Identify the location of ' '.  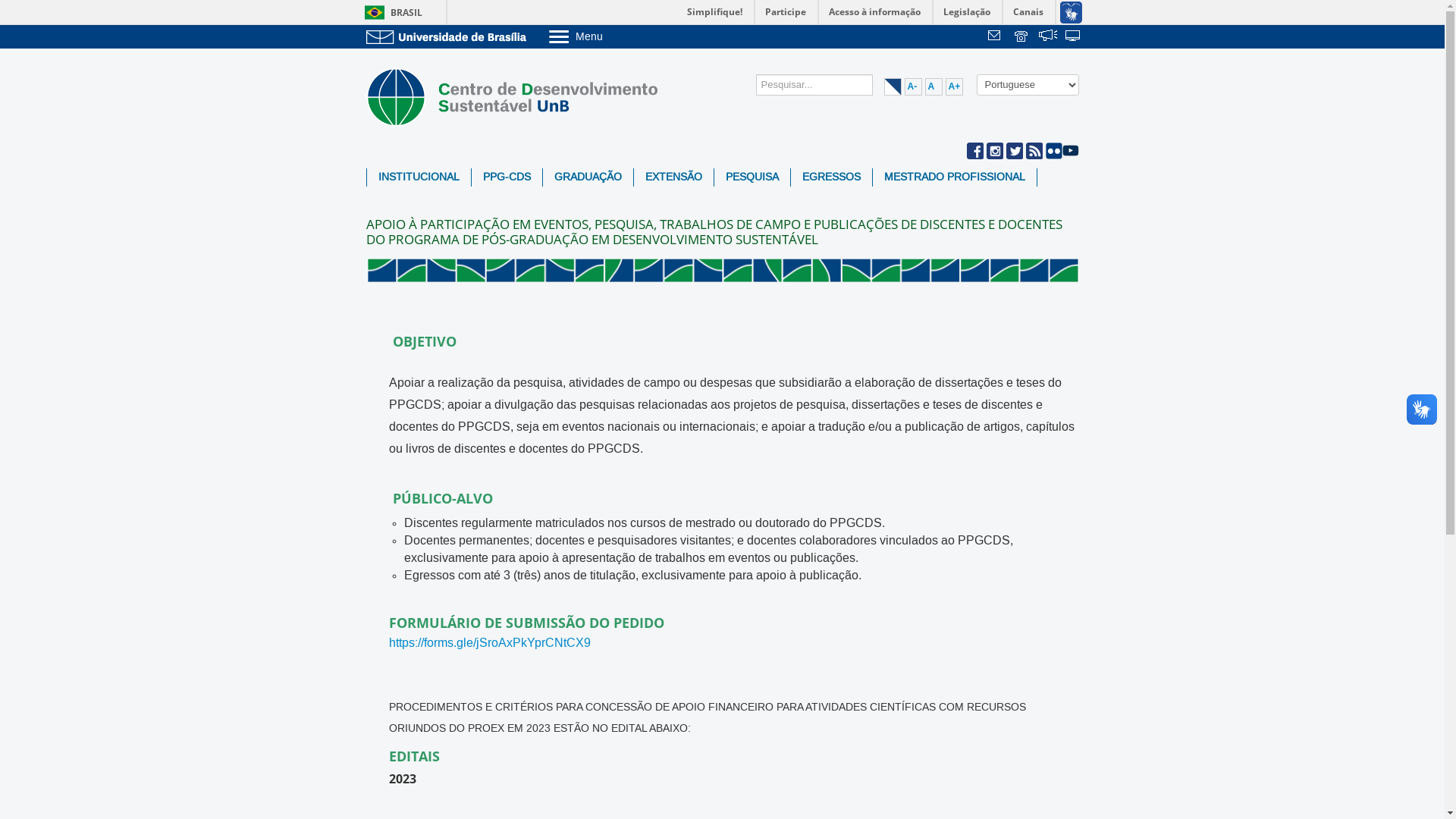
(1073, 36).